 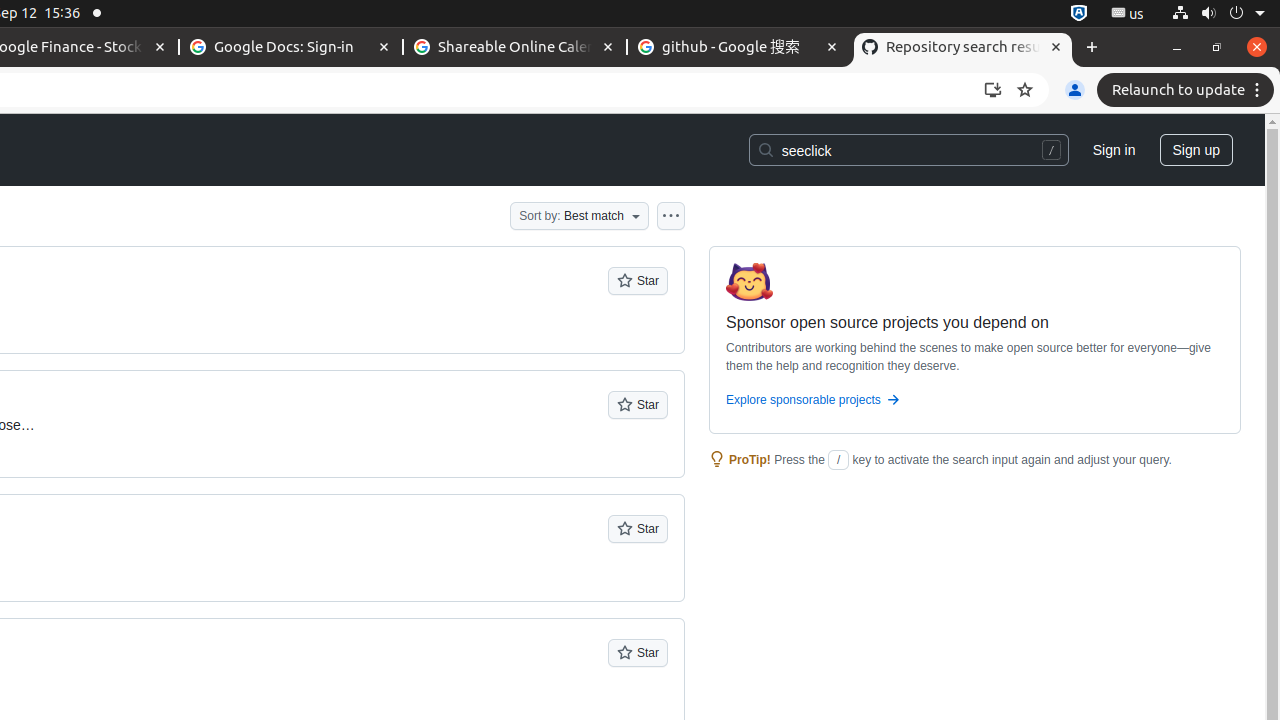 What do you see at coordinates (1073, 90) in the screenshot?
I see `'You'` at bounding box center [1073, 90].